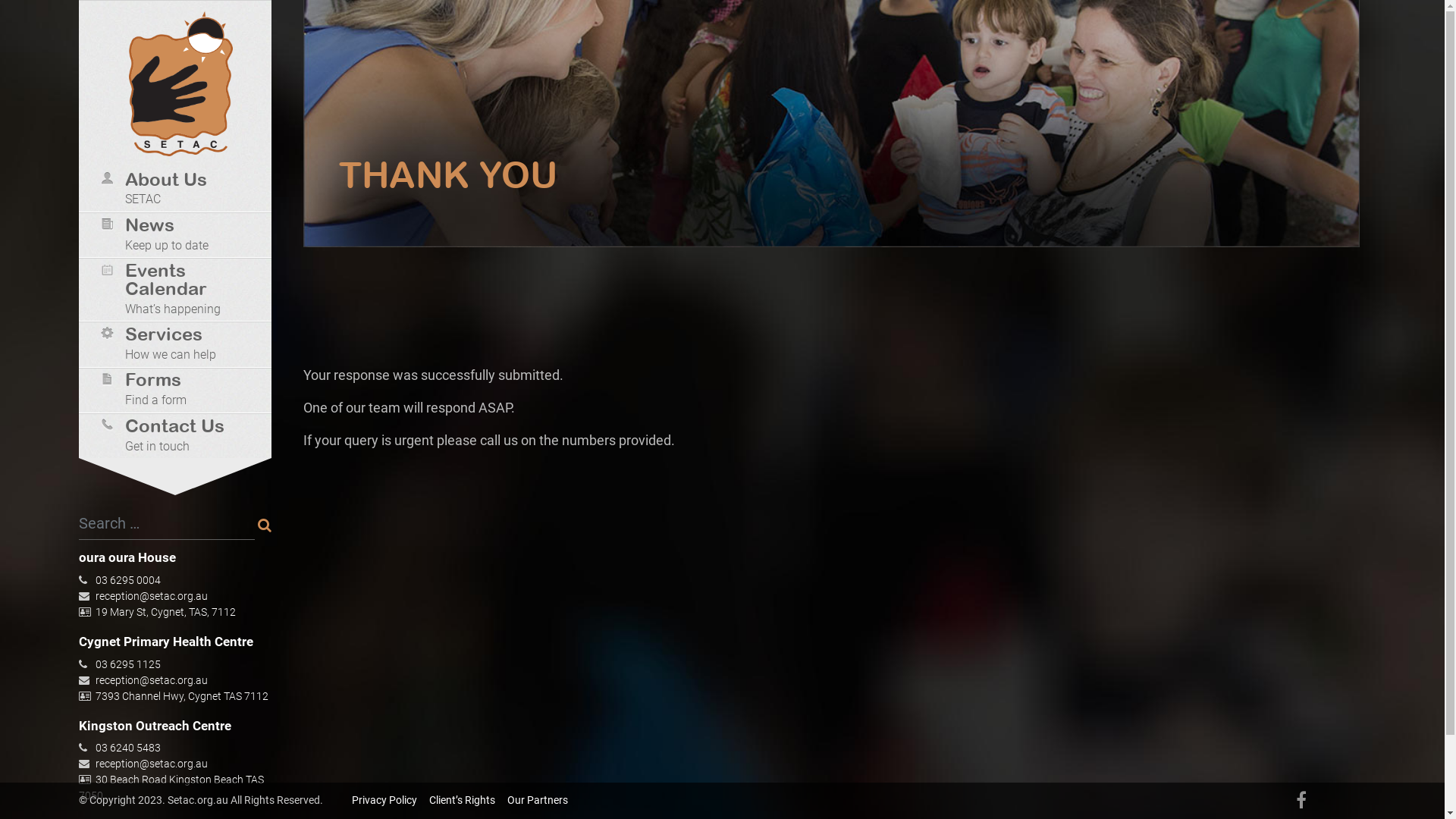 This screenshot has width=1456, height=819. What do you see at coordinates (180, 190) in the screenshot?
I see `'About Us` at bounding box center [180, 190].